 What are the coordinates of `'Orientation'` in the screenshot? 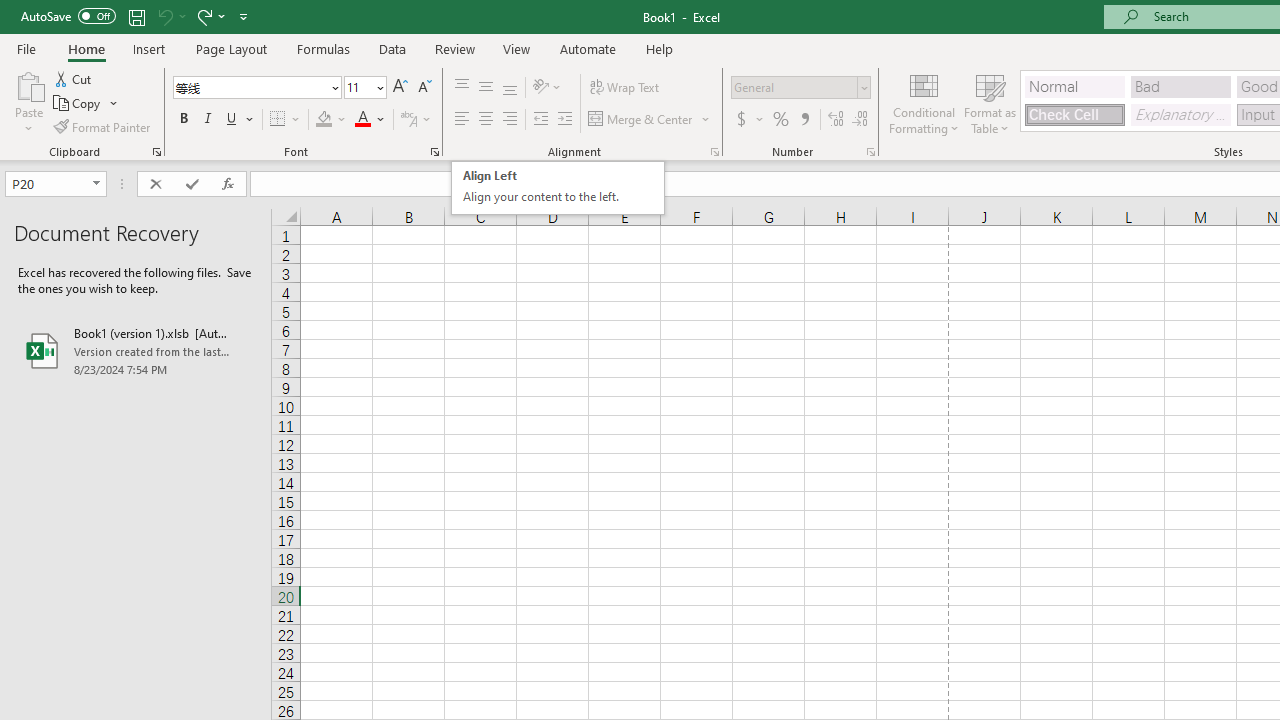 It's located at (547, 86).